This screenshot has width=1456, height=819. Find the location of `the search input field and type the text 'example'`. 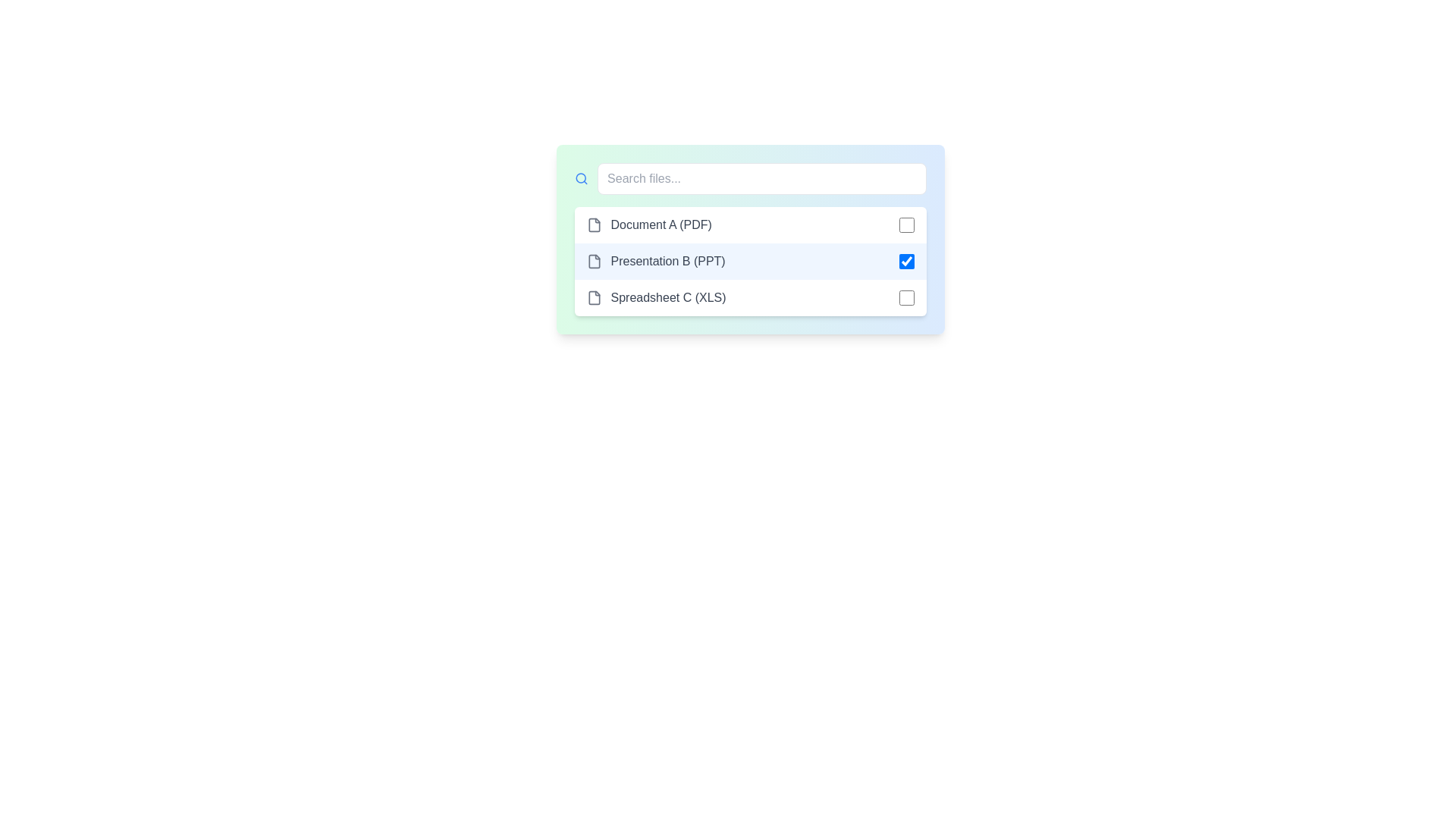

the search input field and type the text 'example' is located at coordinates (761, 177).